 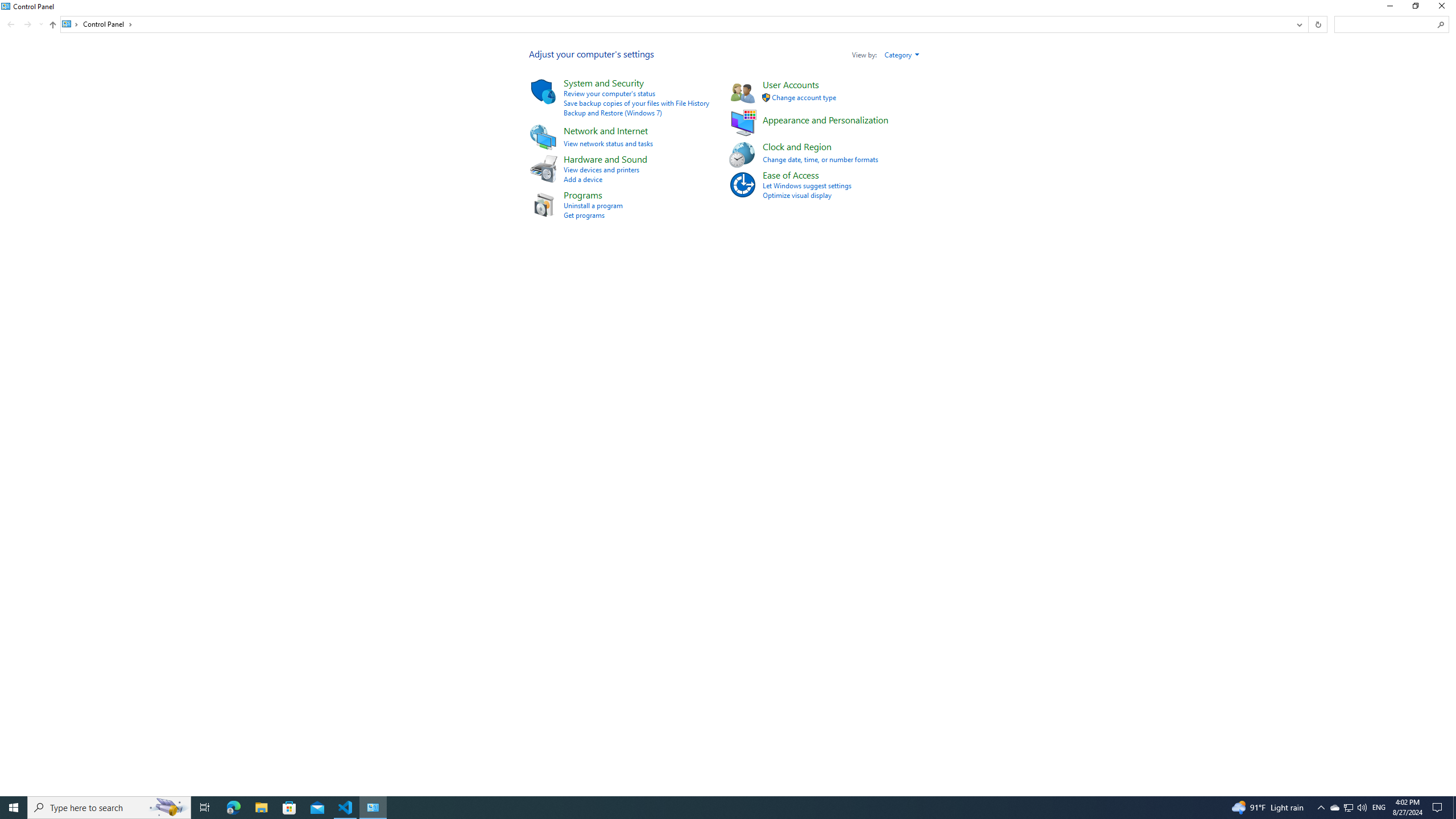 What do you see at coordinates (40, 24) in the screenshot?
I see `'Recent locations'` at bounding box center [40, 24].